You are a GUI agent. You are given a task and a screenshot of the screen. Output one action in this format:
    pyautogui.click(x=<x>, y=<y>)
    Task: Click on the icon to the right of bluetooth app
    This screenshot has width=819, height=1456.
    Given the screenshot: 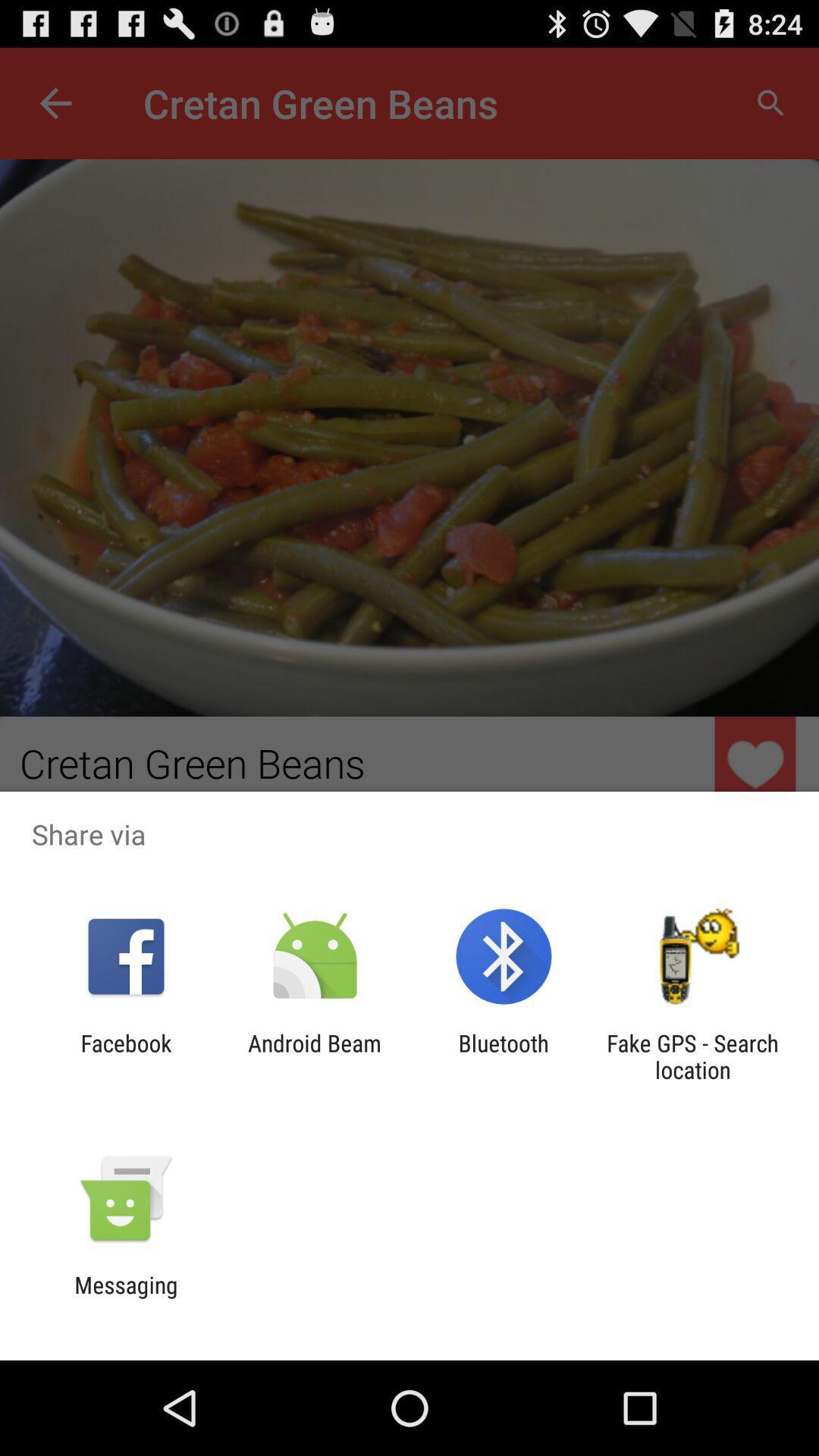 What is the action you would take?
    pyautogui.click(x=692, y=1056)
    